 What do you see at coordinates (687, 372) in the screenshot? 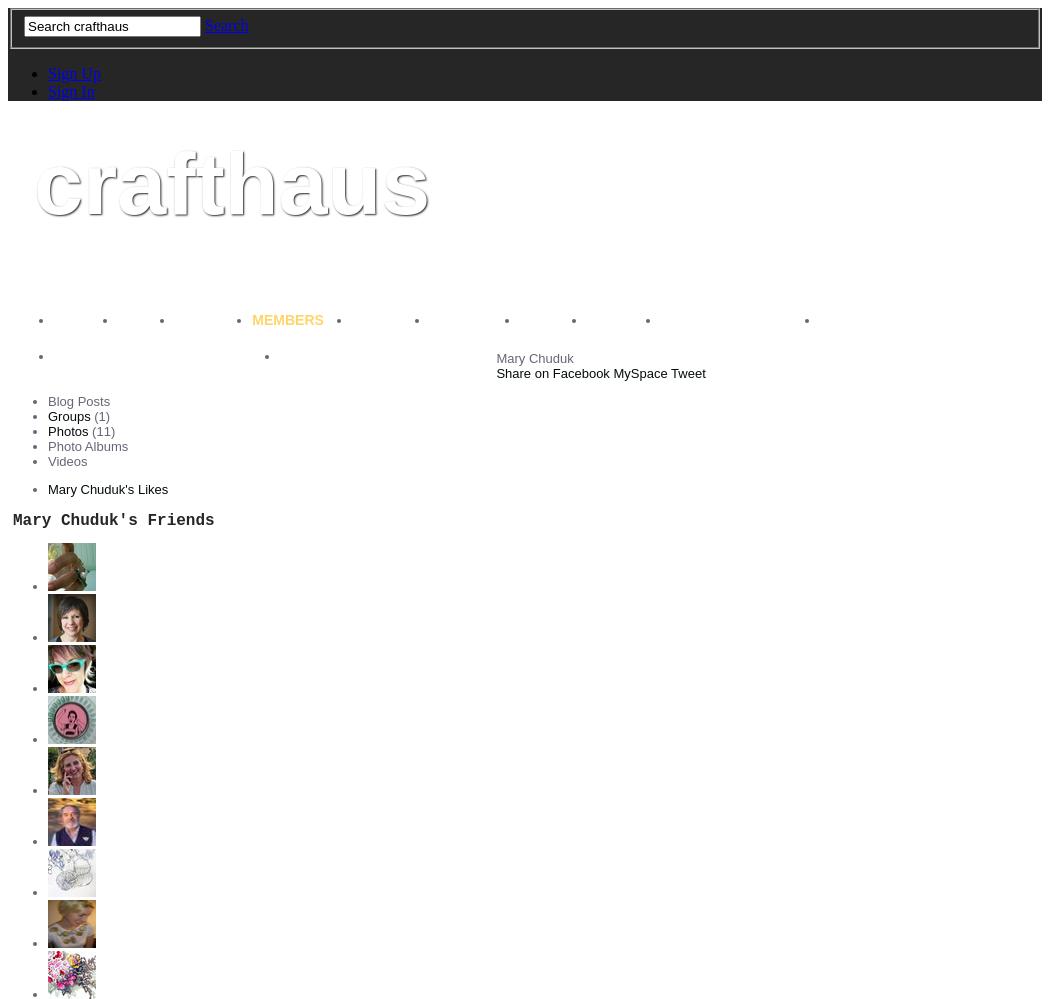
I see `'Tweet'` at bounding box center [687, 372].